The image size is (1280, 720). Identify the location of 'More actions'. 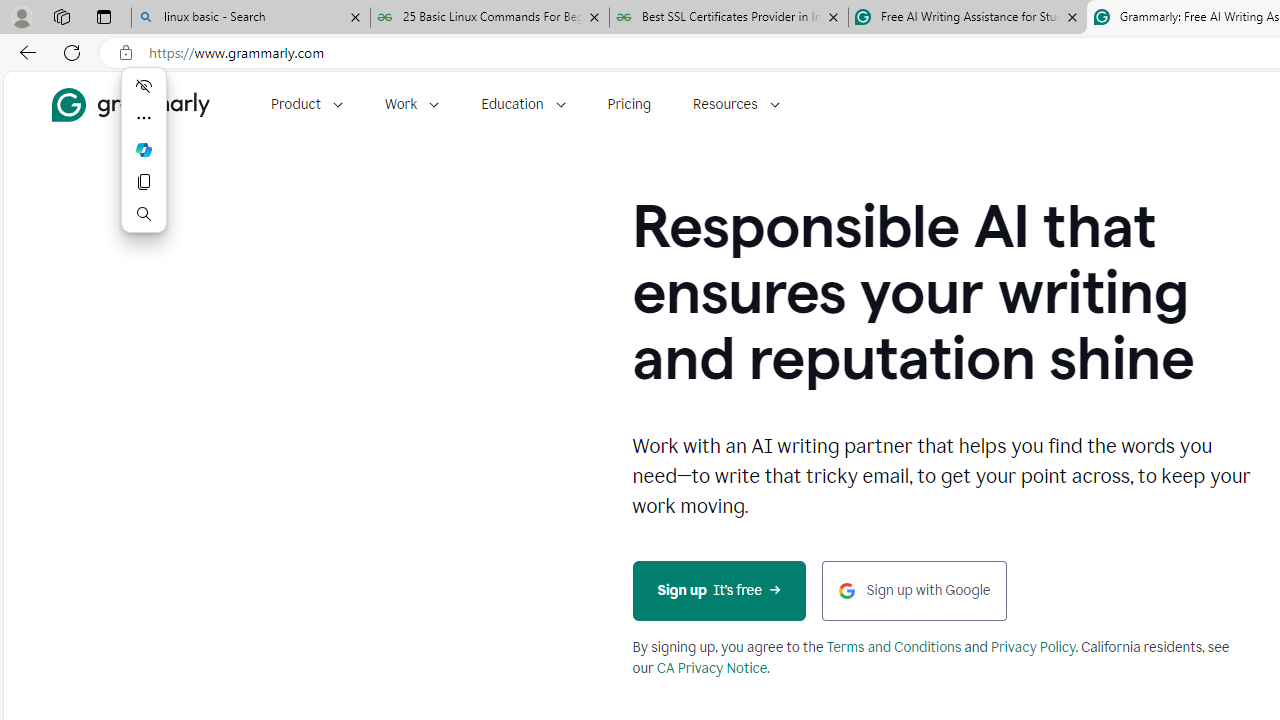
(143, 118).